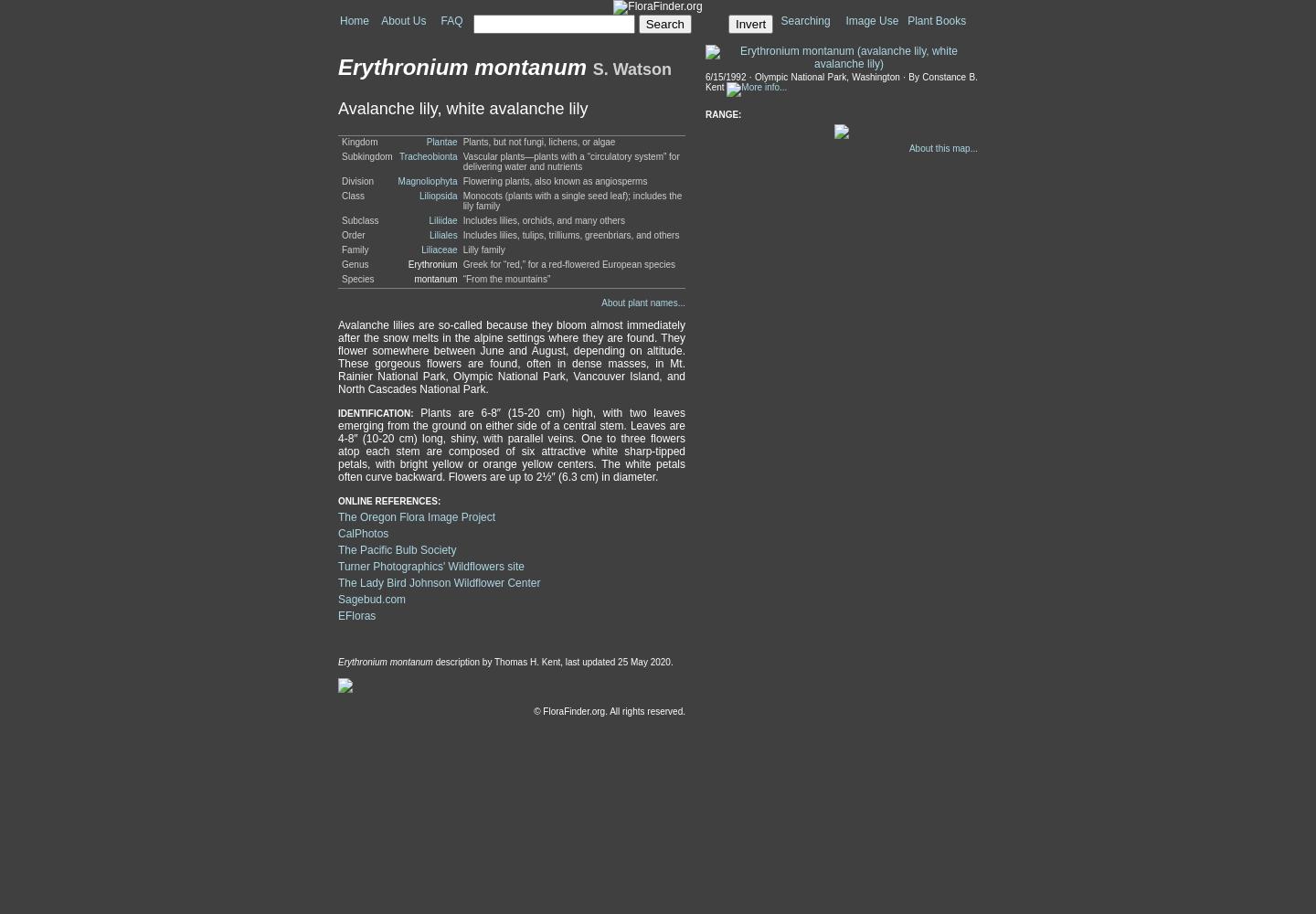  What do you see at coordinates (358, 219) in the screenshot?
I see `'Subclass'` at bounding box center [358, 219].